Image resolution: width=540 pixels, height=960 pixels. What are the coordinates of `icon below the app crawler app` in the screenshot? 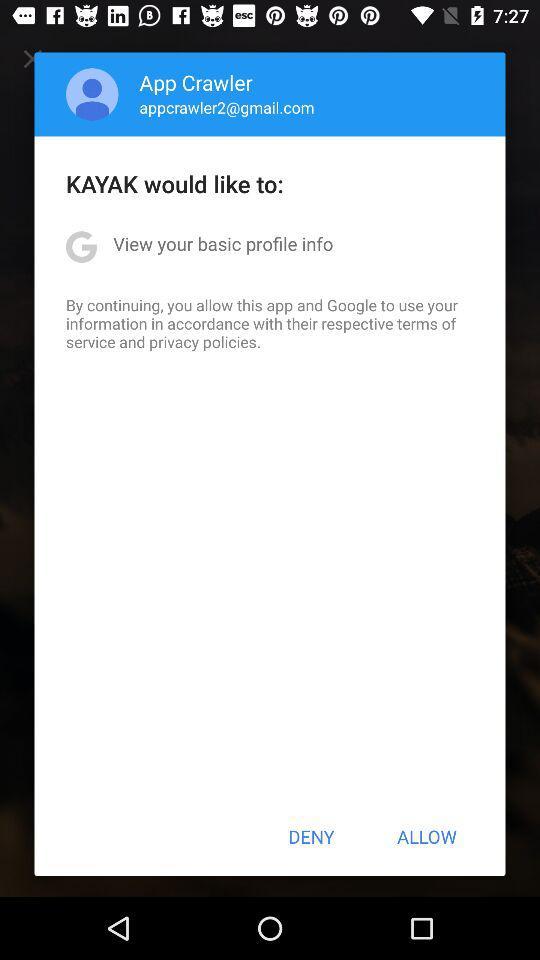 It's located at (226, 107).